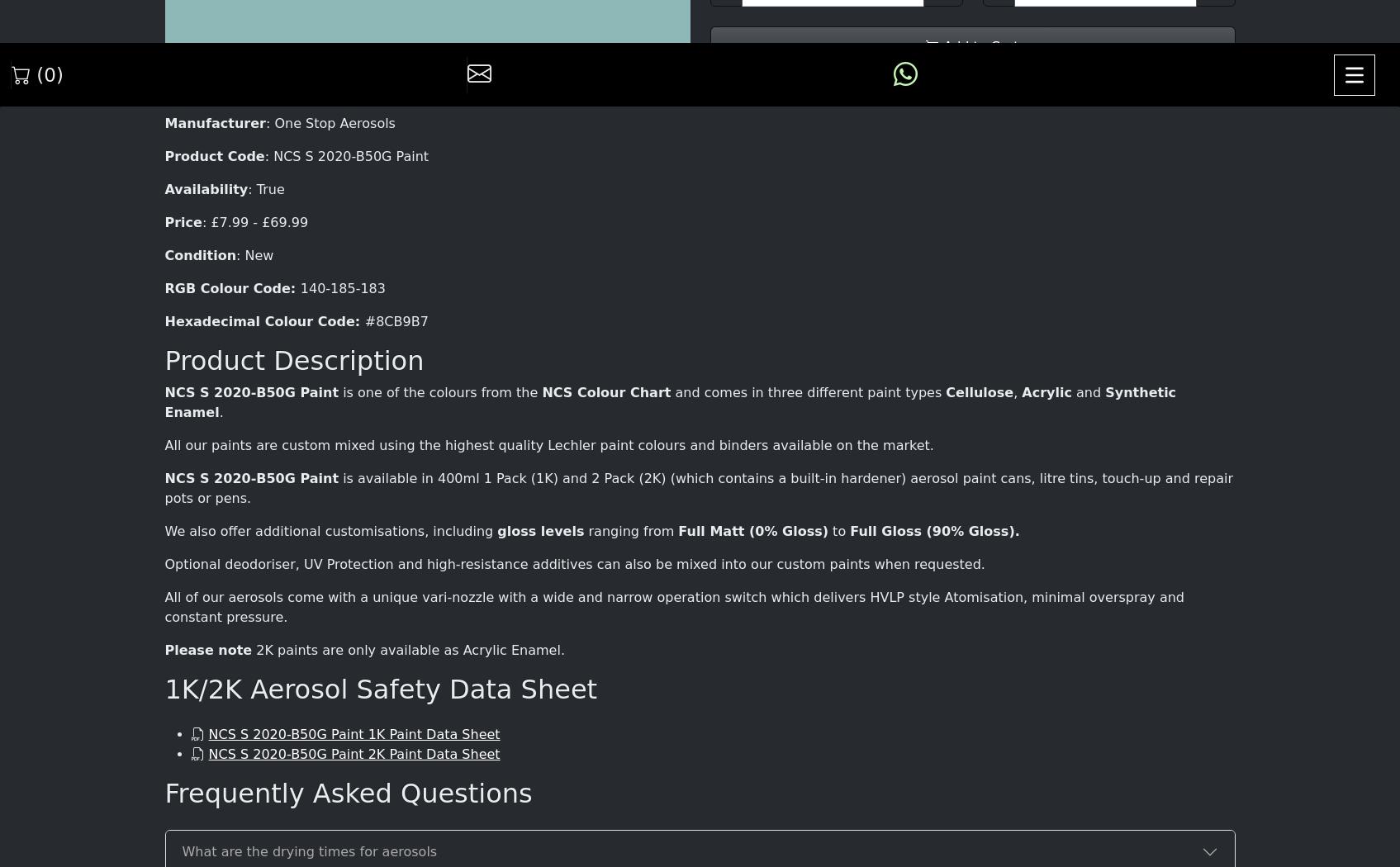  I want to click on 'Friday : 09:00 - 17:00', so click(356, 648).